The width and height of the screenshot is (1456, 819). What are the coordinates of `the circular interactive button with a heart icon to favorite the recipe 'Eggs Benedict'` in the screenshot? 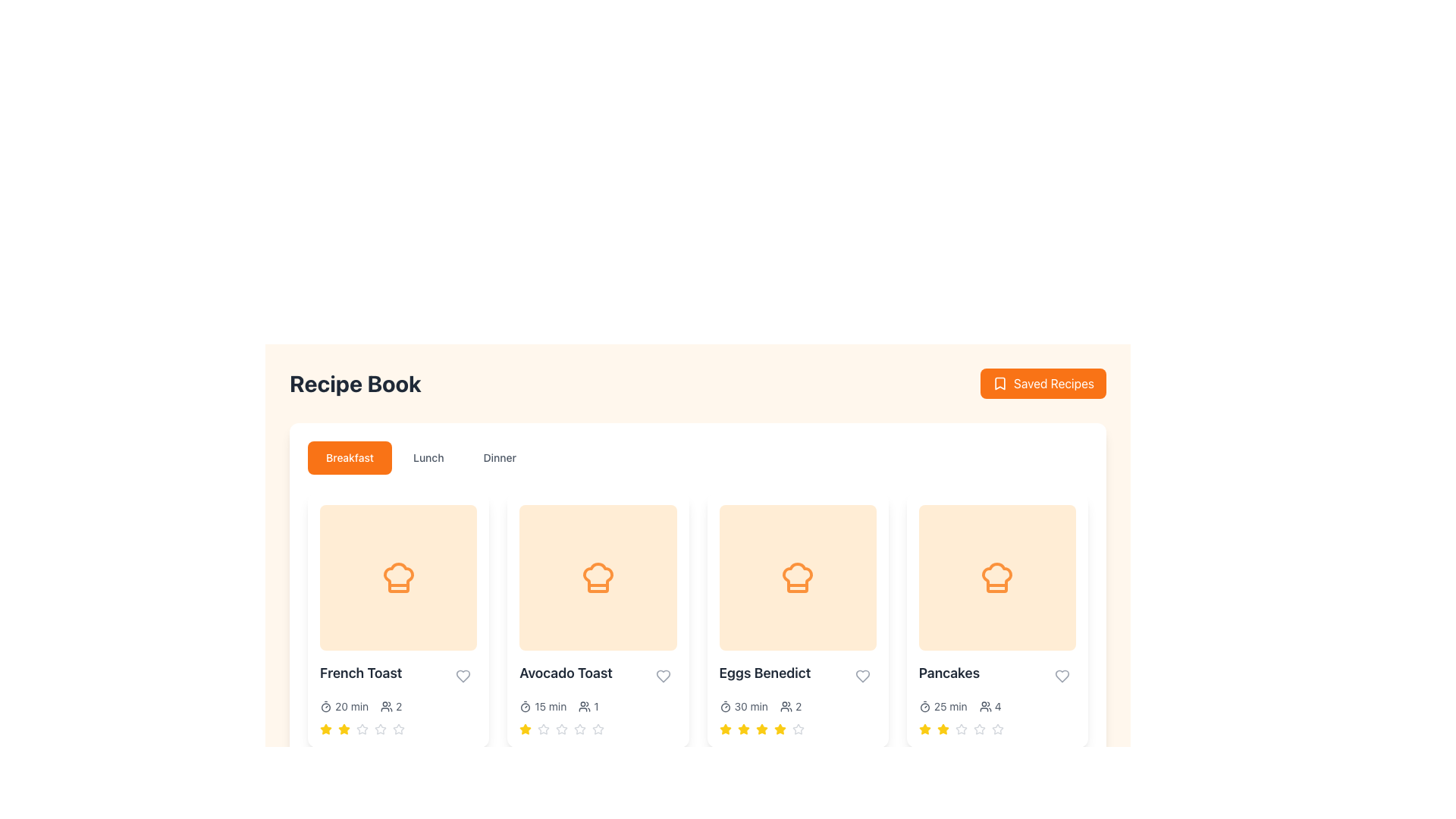 It's located at (862, 675).